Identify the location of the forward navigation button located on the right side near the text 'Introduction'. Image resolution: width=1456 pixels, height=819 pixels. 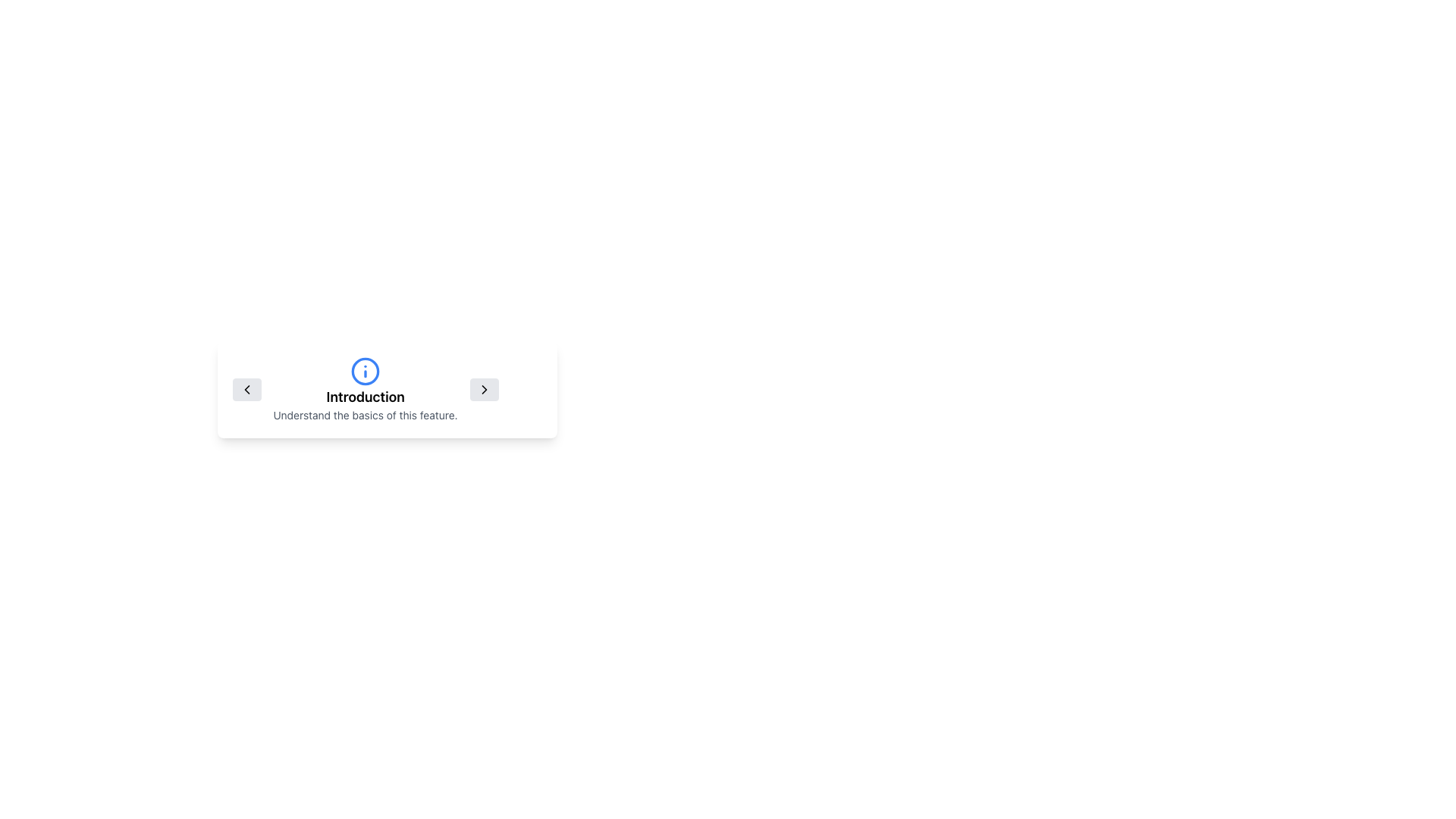
(483, 388).